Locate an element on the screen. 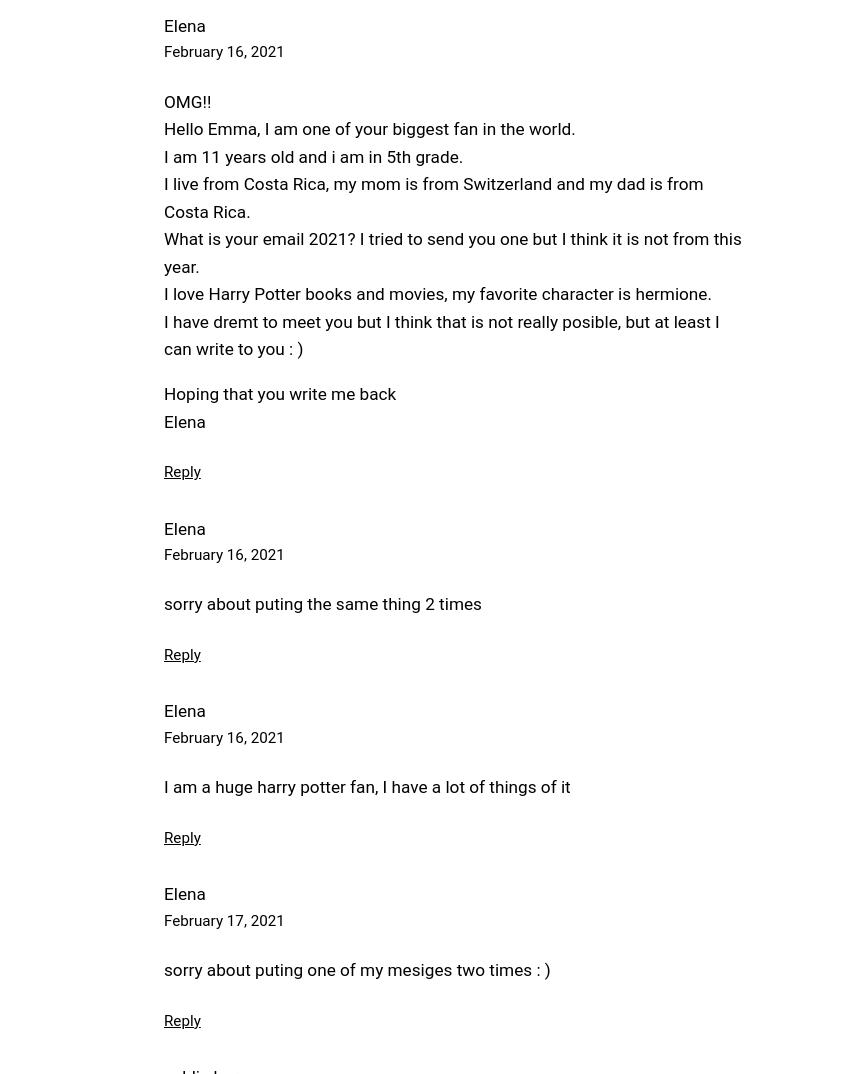 The width and height of the screenshot is (850, 1074). 'February 17, 2021' is located at coordinates (223, 919).